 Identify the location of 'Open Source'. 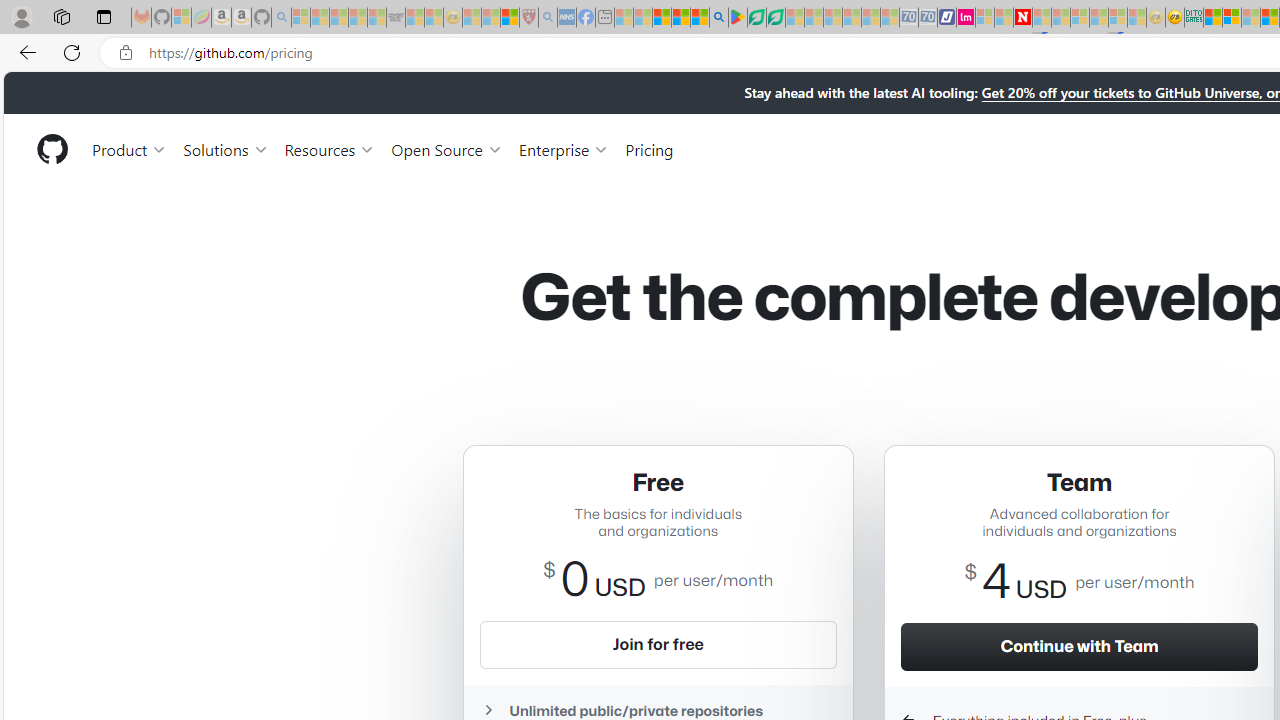
(445, 148).